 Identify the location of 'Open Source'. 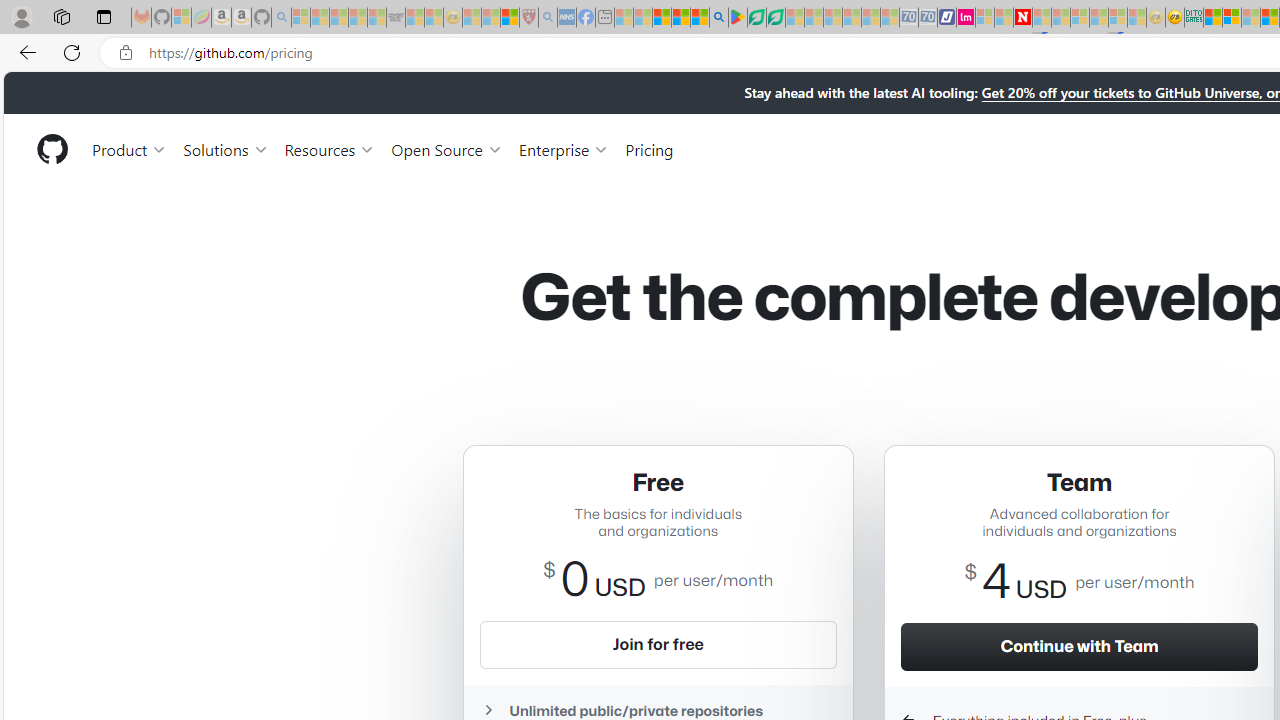
(445, 148).